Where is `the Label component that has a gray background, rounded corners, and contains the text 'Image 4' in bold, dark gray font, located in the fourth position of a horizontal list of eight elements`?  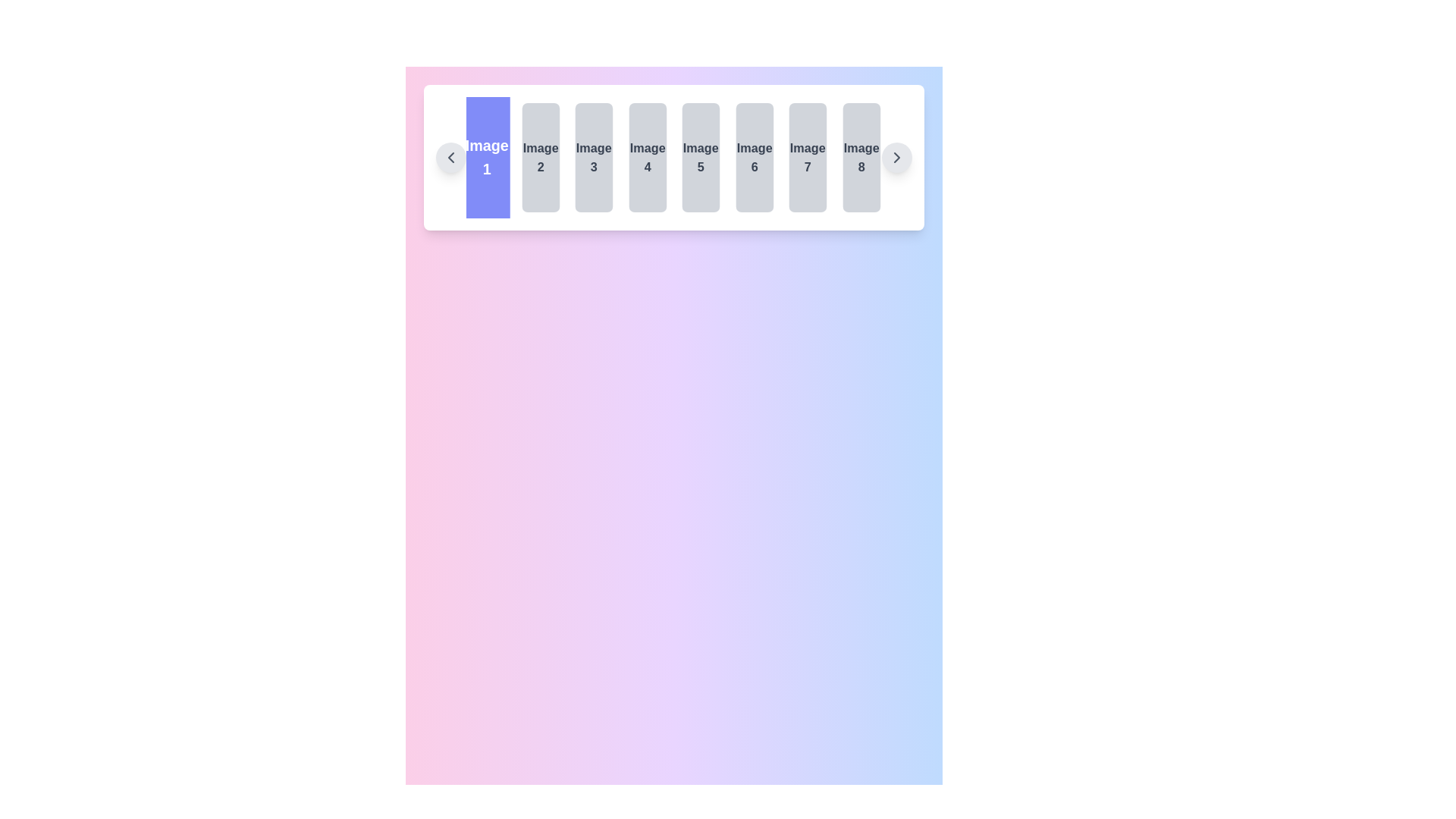 the Label component that has a gray background, rounded corners, and contains the text 'Image 4' in bold, dark gray font, located in the fourth position of a horizontal list of eight elements is located at coordinates (647, 158).